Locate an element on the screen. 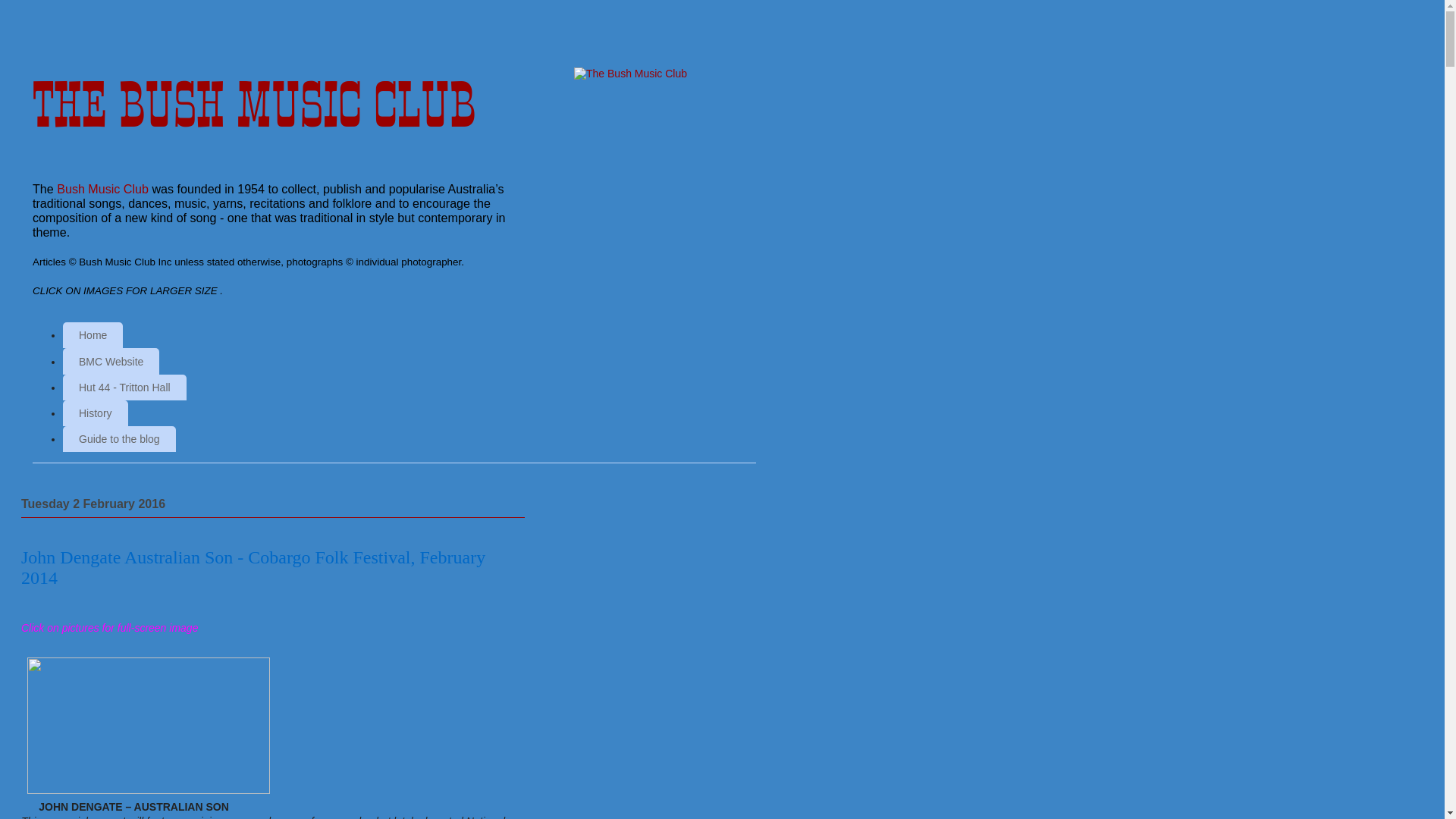 Image resolution: width=1456 pixels, height=819 pixels. 'History' is located at coordinates (61, 413).